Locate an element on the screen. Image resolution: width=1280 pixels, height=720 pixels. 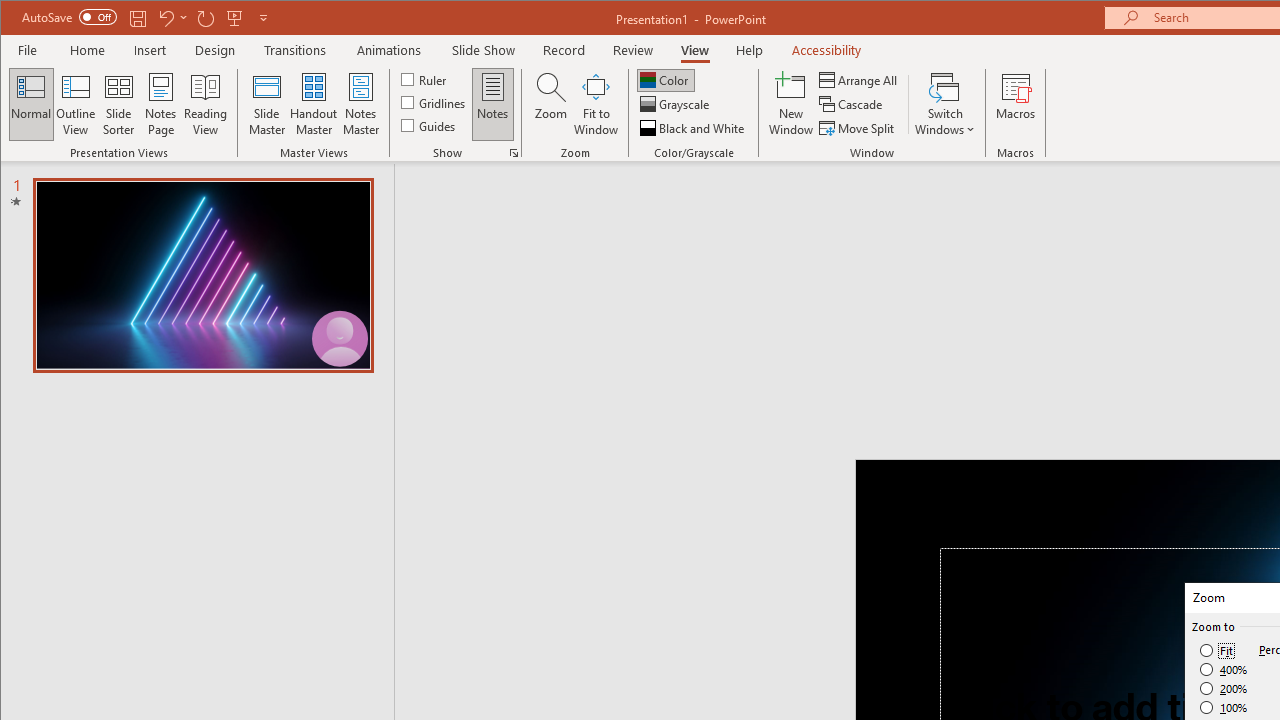
'Grid Settings...' is located at coordinates (513, 152).